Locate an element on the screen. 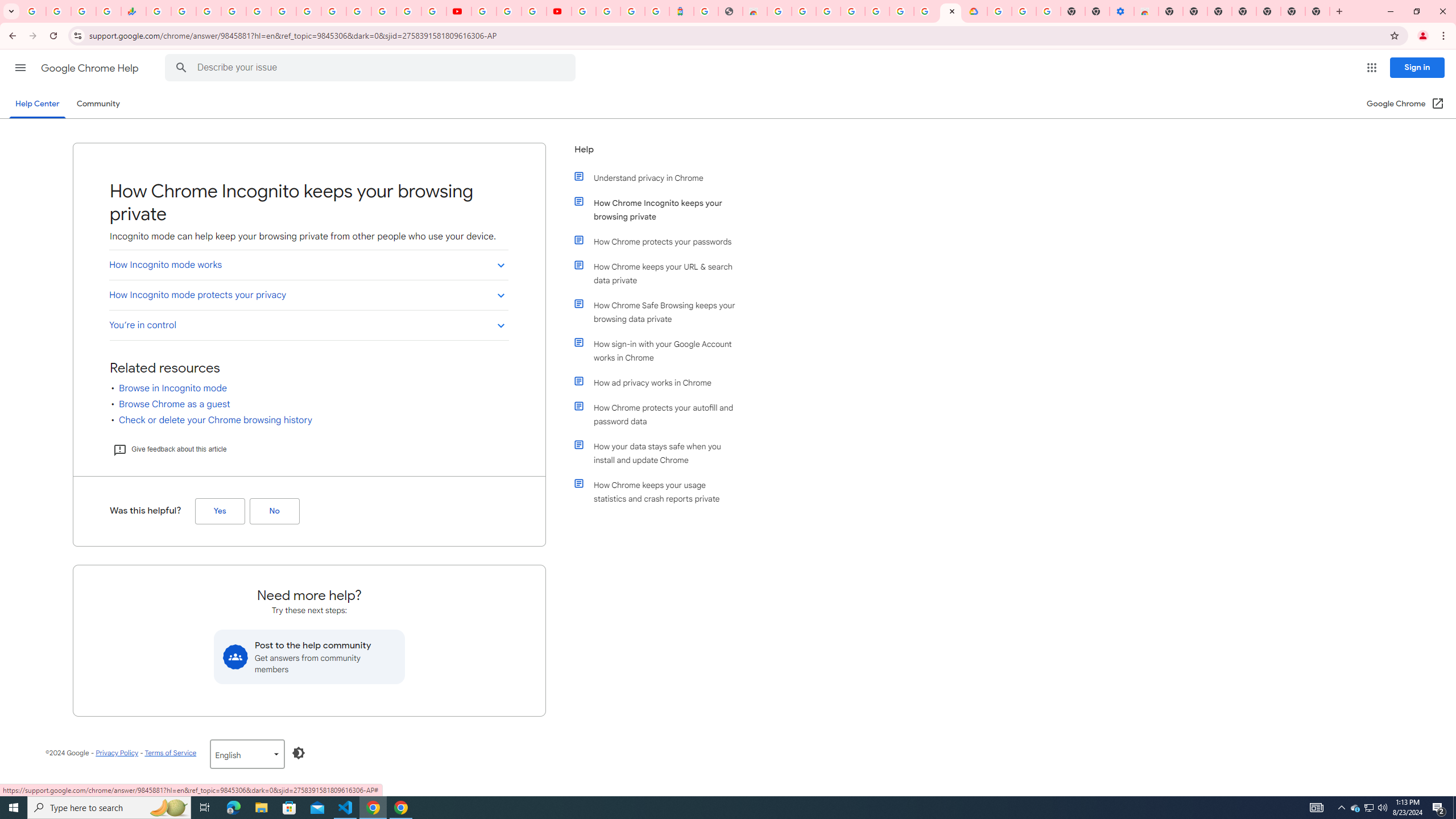 The width and height of the screenshot is (1456, 819). 'Google Workspace Admin Community' is located at coordinates (32, 11).